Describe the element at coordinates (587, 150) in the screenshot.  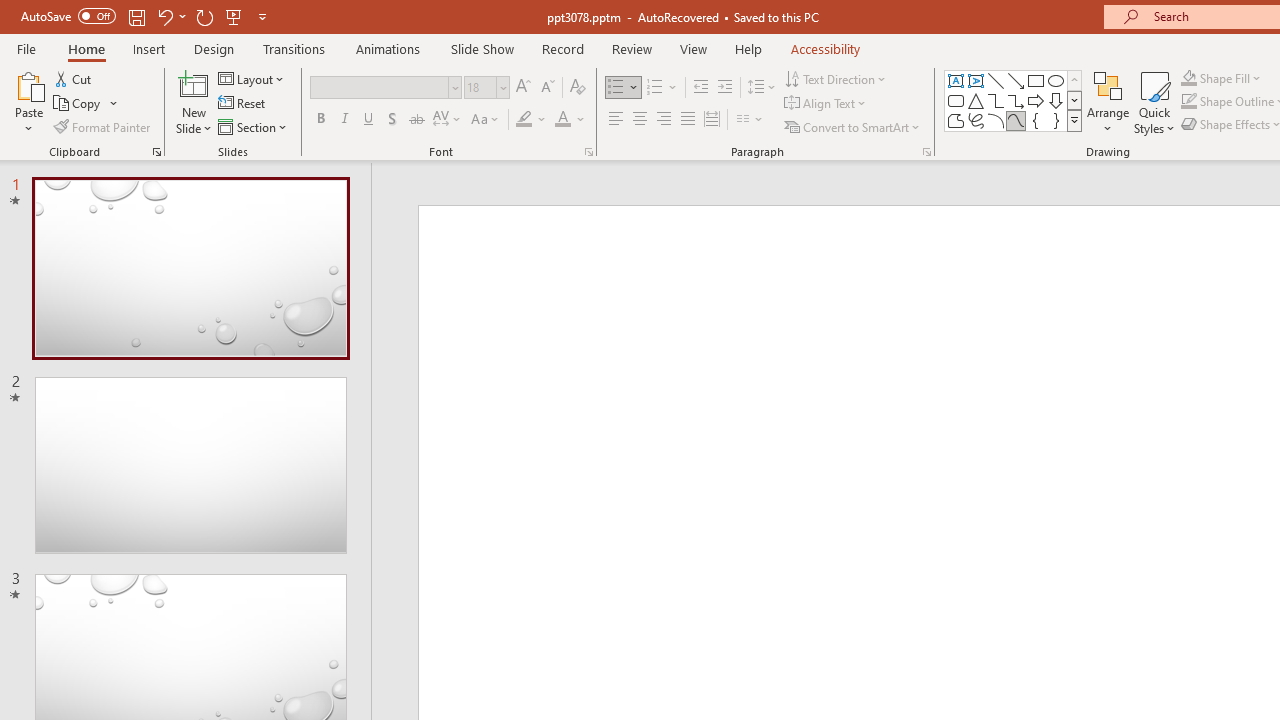
I see `'Font...'` at that location.